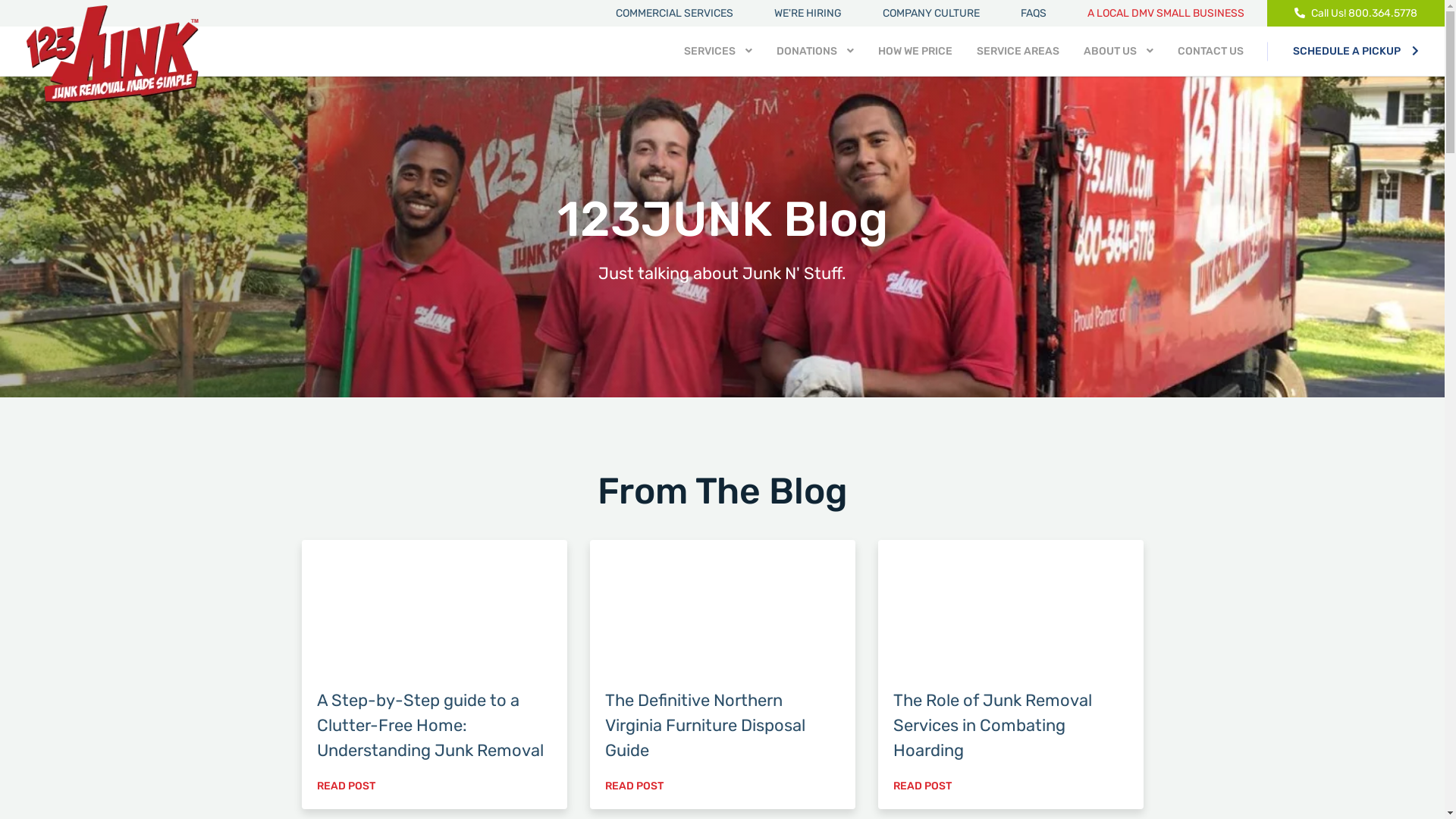  I want to click on 'ABOUT US', so click(1118, 50).